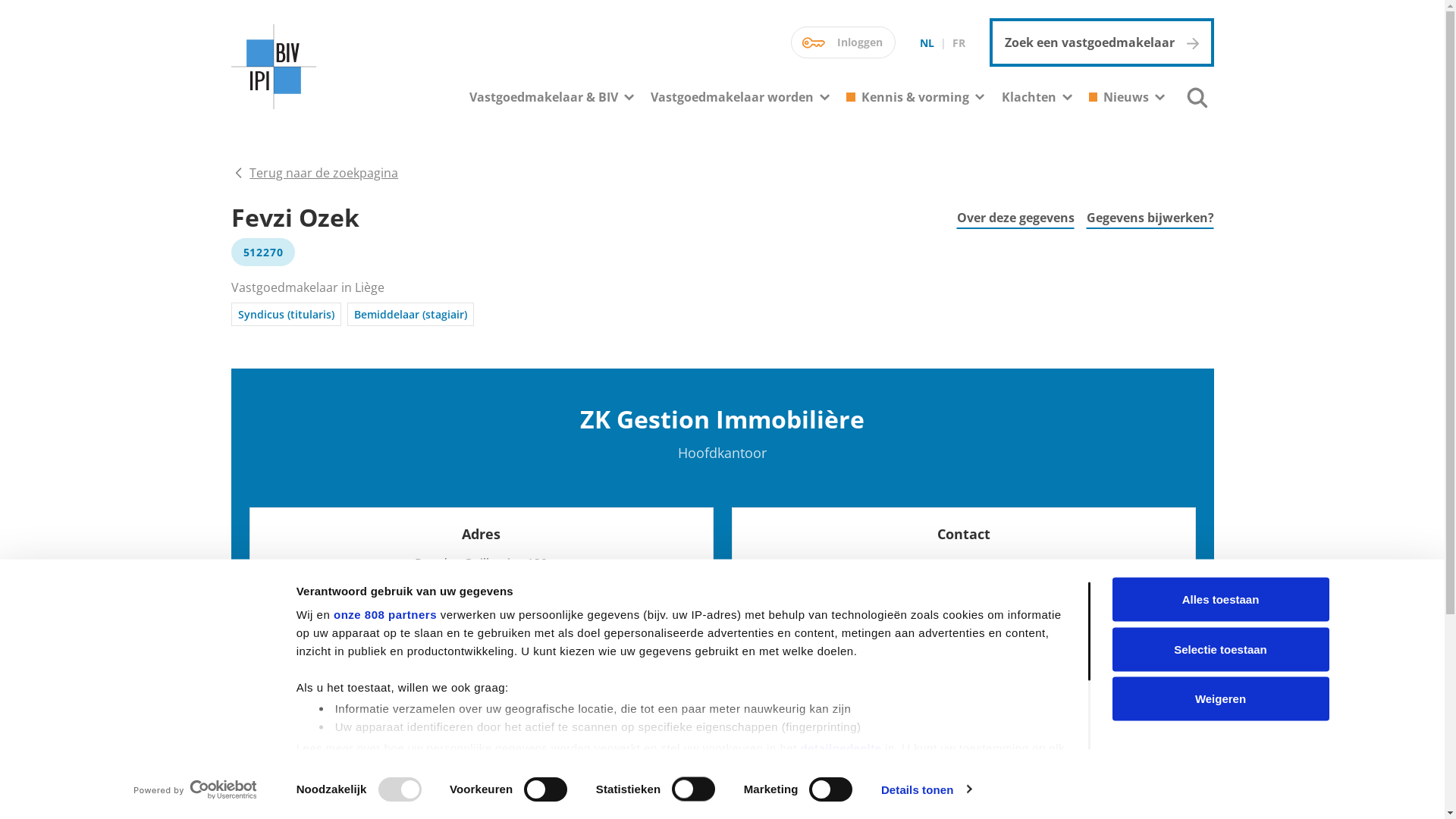 The height and width of the screenshot is (819, 1456). Describe the element at coordinates (841, 42) in the screenshot. I see `'Inloggen'` at that location.